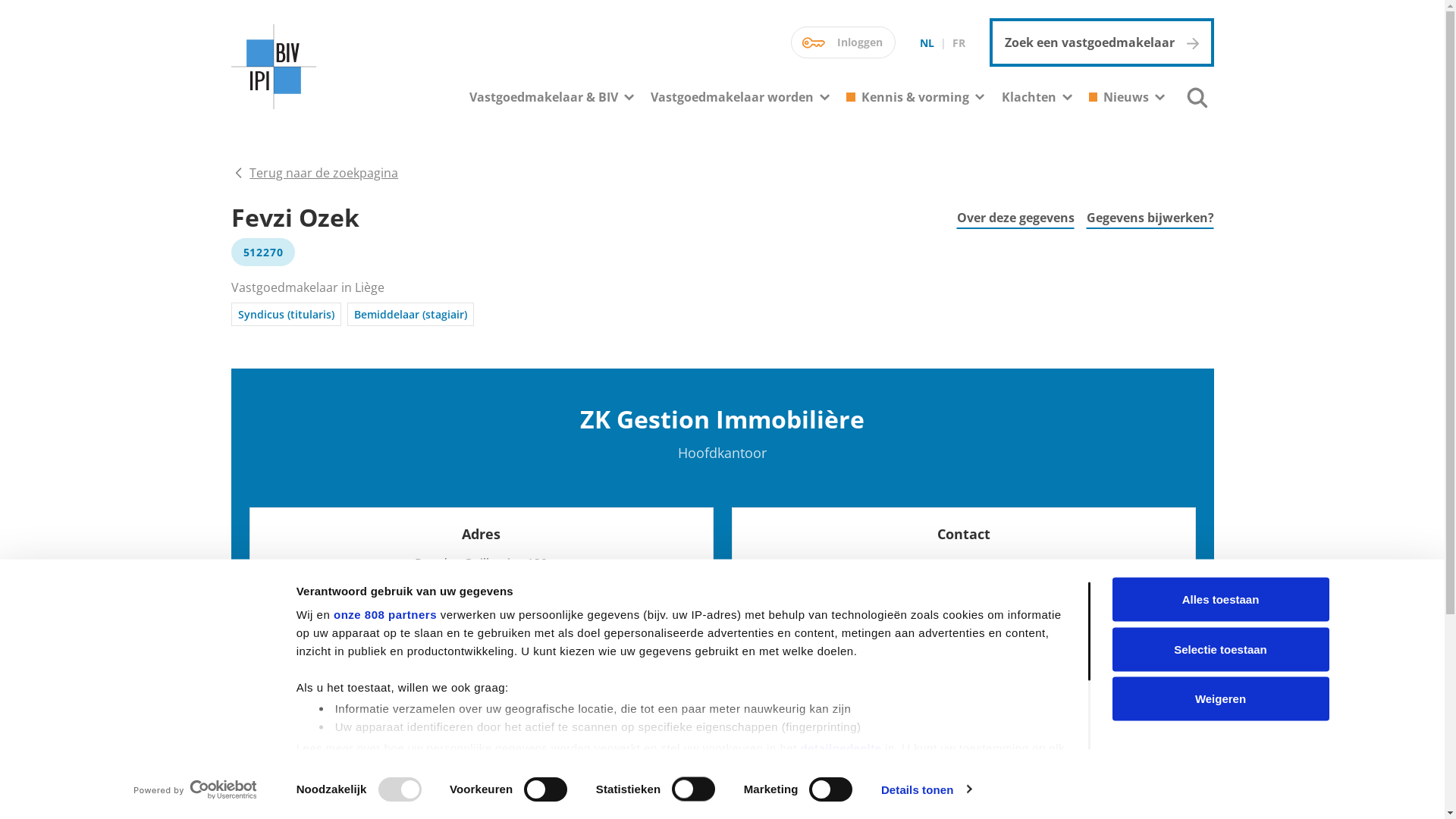 The height and width of the screenshot is (819, 1456). Describe the element at coordinates (841, 42) in the screenshot. I see `'Inloggen'` at that location.